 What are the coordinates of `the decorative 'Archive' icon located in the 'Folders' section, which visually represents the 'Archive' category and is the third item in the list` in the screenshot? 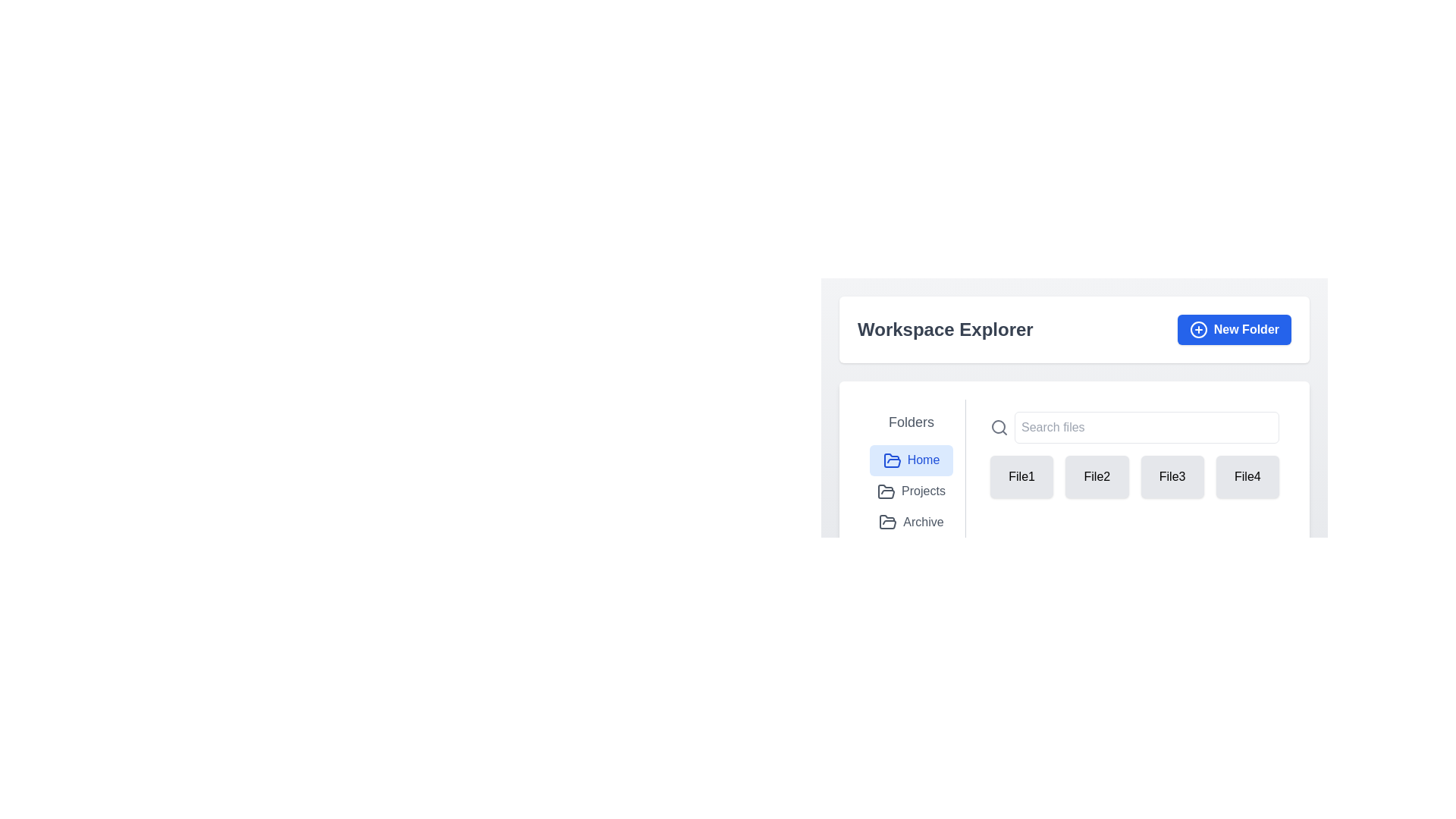 It's located at (888, 522).